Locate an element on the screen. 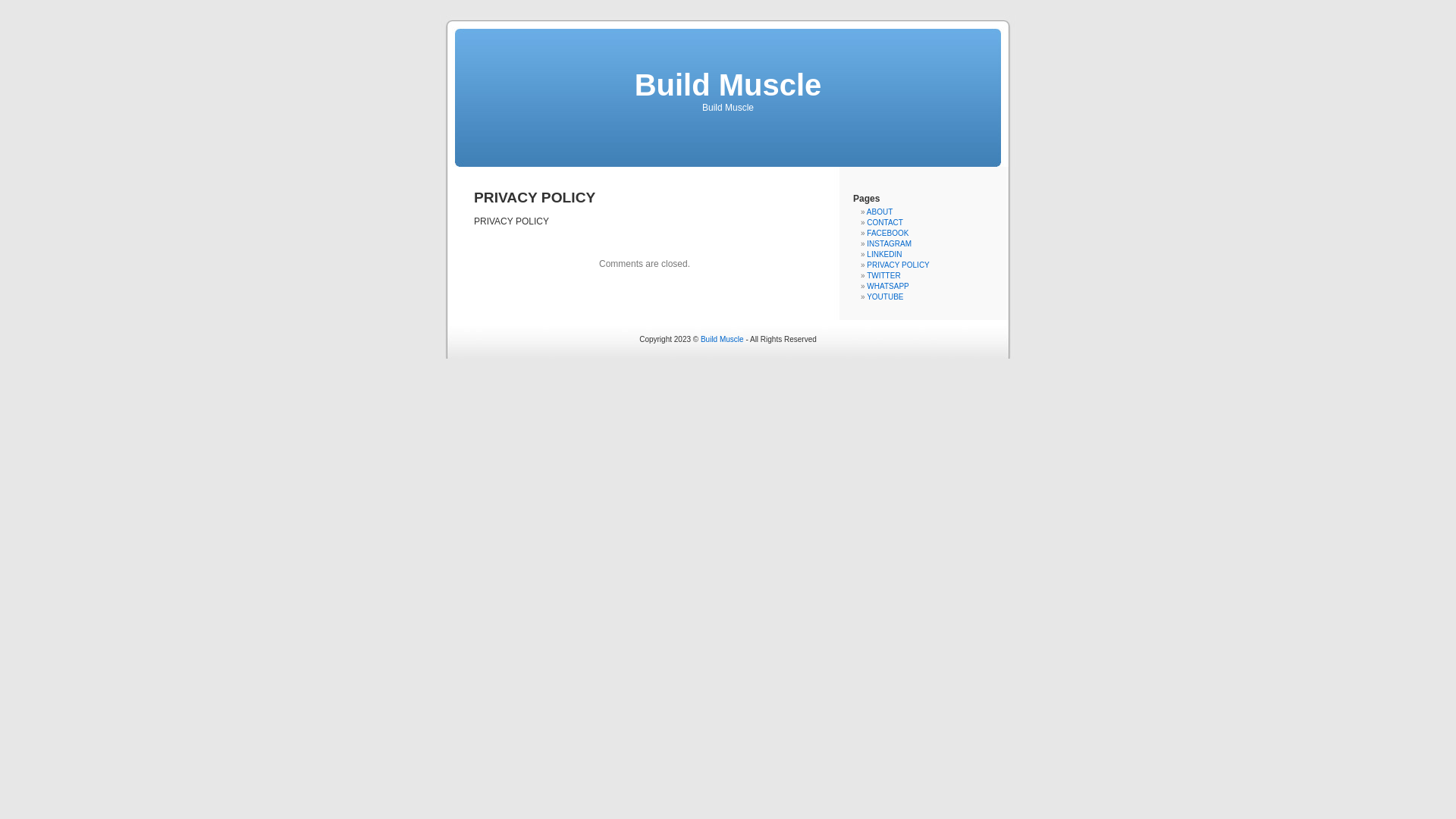 The width and height of the screenshot is (1456, 819). 'ABOUT' is located at coordinates (880, 212).